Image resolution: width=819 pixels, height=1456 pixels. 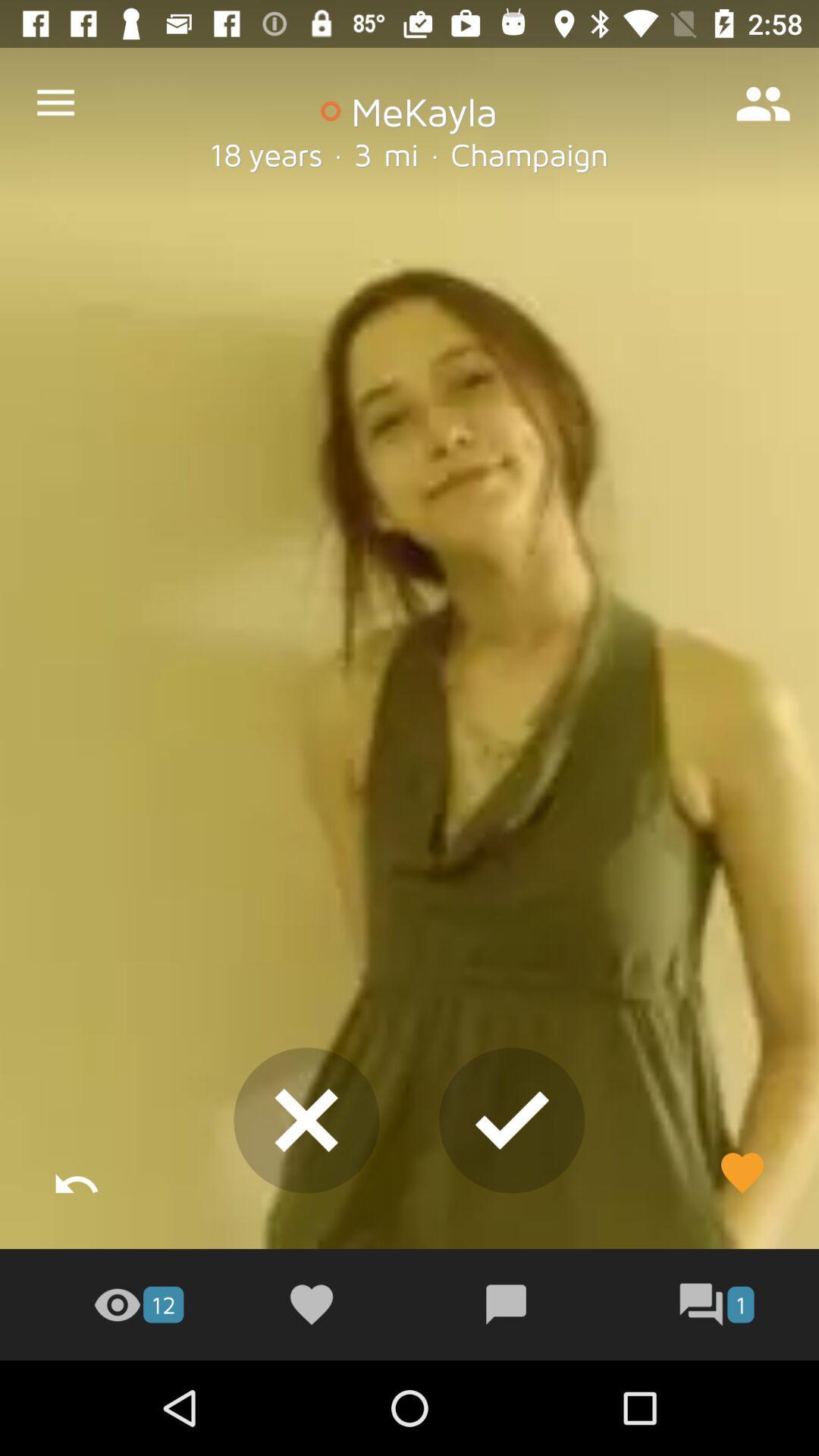 What do you see at coordinates (512, 1120) in the screenshot?
I see `the check icon` at bounding box center [512, 1120].